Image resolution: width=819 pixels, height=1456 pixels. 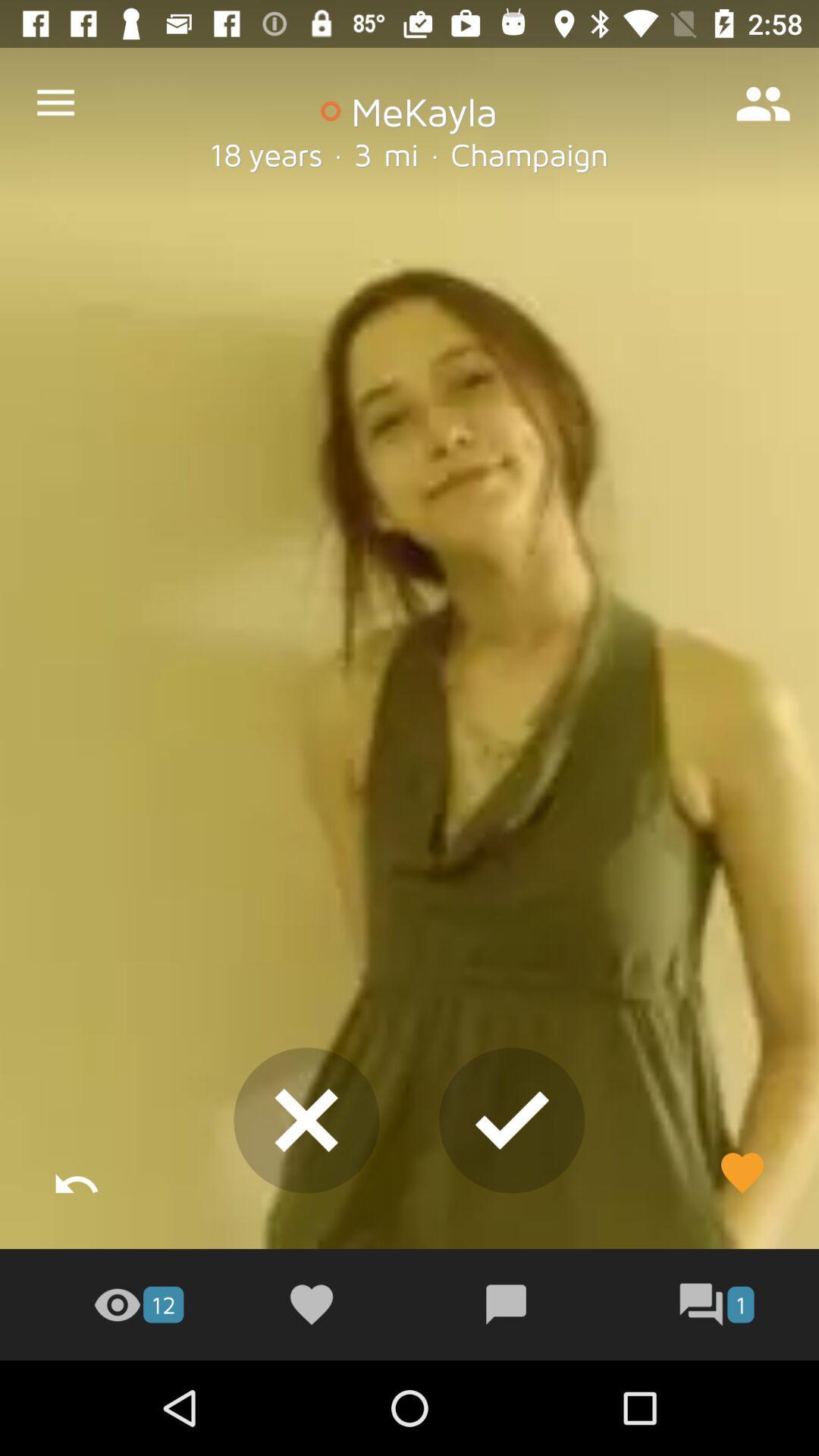 What do you see at coordinates (512, 1120) in the screenshot?
I see `the check icon` at bounding box center [512, 1120].